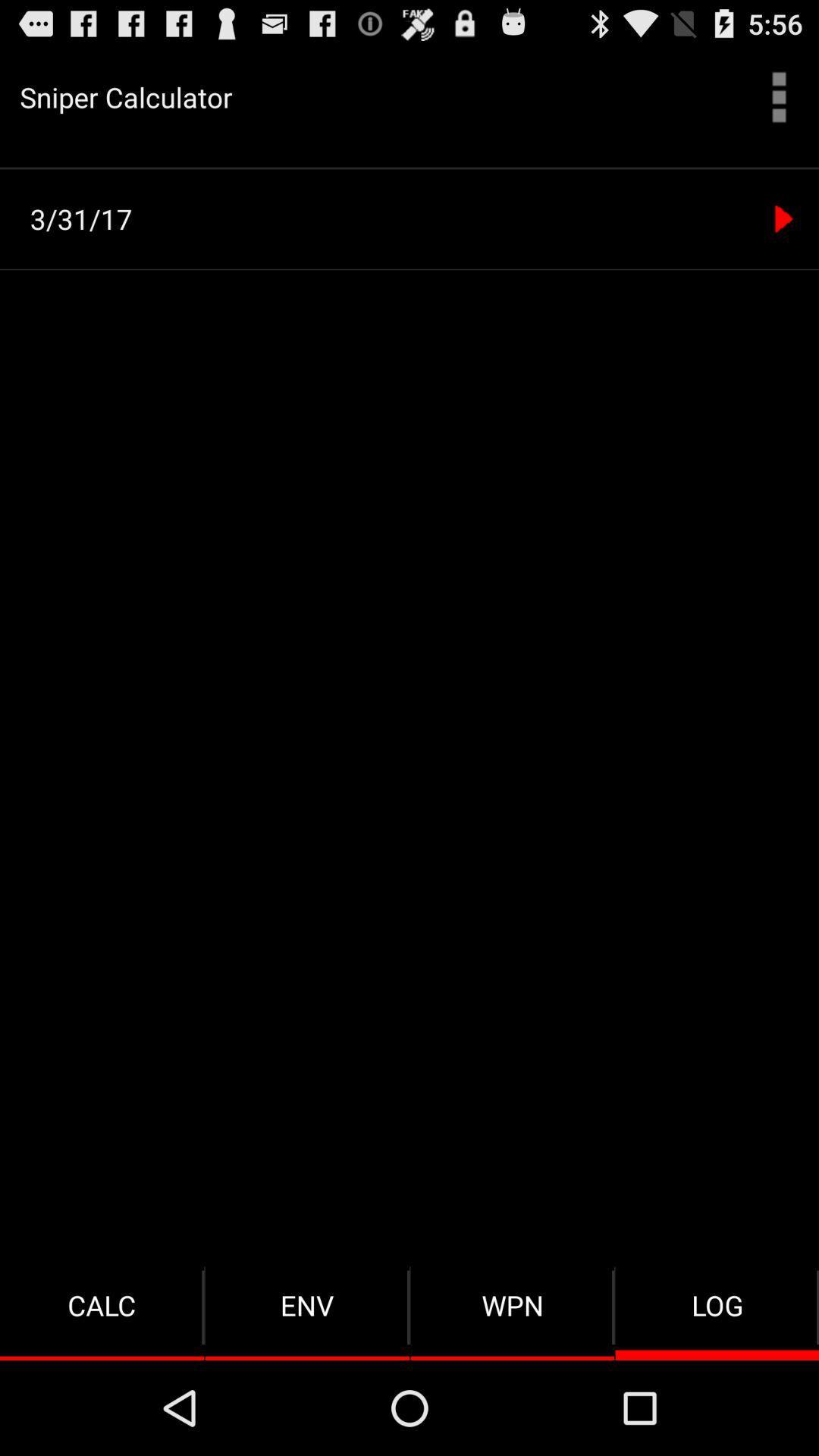  Describe the element at coordinates (409, 168) in the screenshot. I see `the item below sniper calculator` at that location.